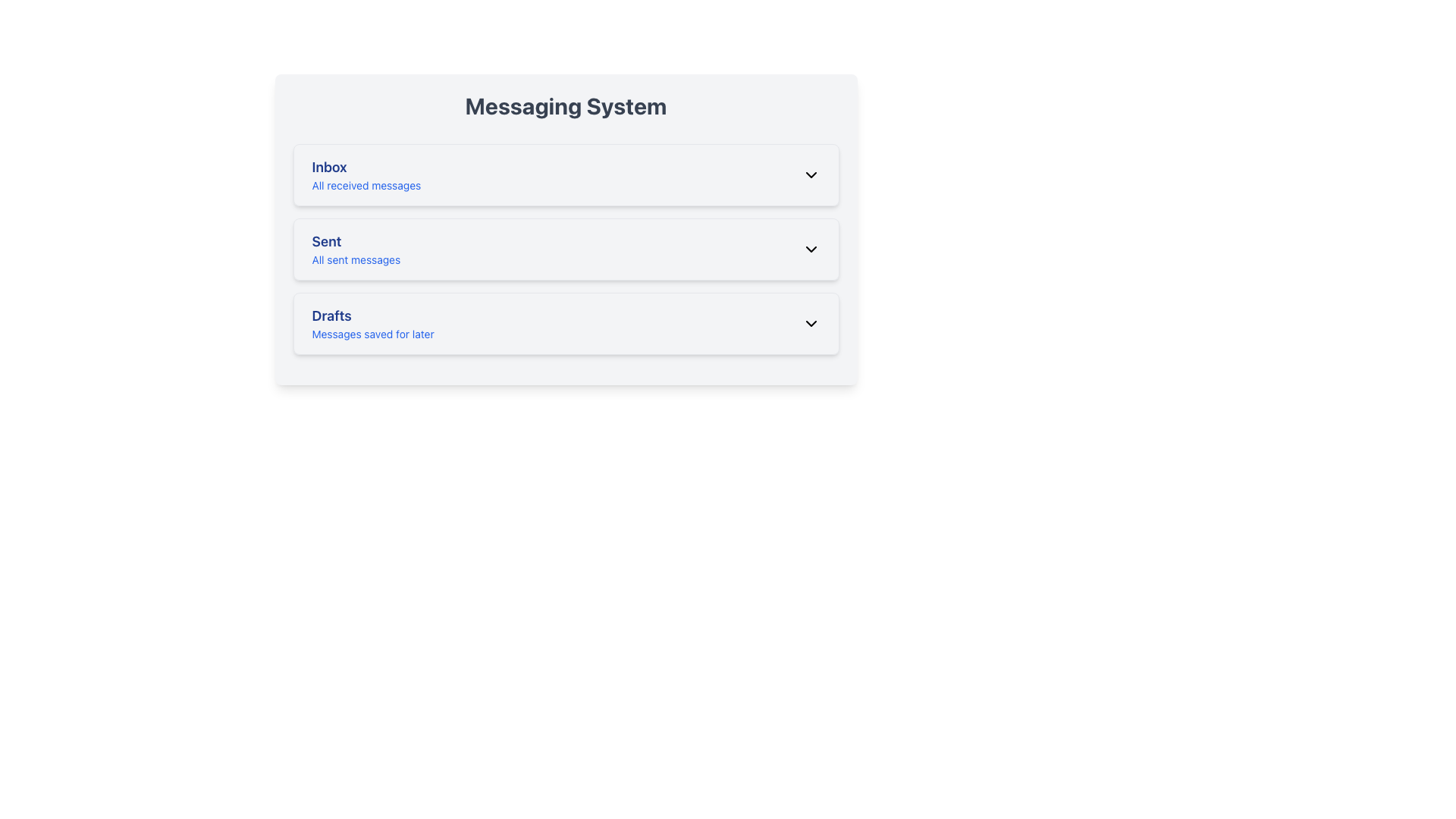 This screenshot has height=819, width=1456. What do you see at coordinates (565, 174) in the screenshot?
I see `the first collapsible section in the 'Messaging System' interface` at bounding box center [565, 174].